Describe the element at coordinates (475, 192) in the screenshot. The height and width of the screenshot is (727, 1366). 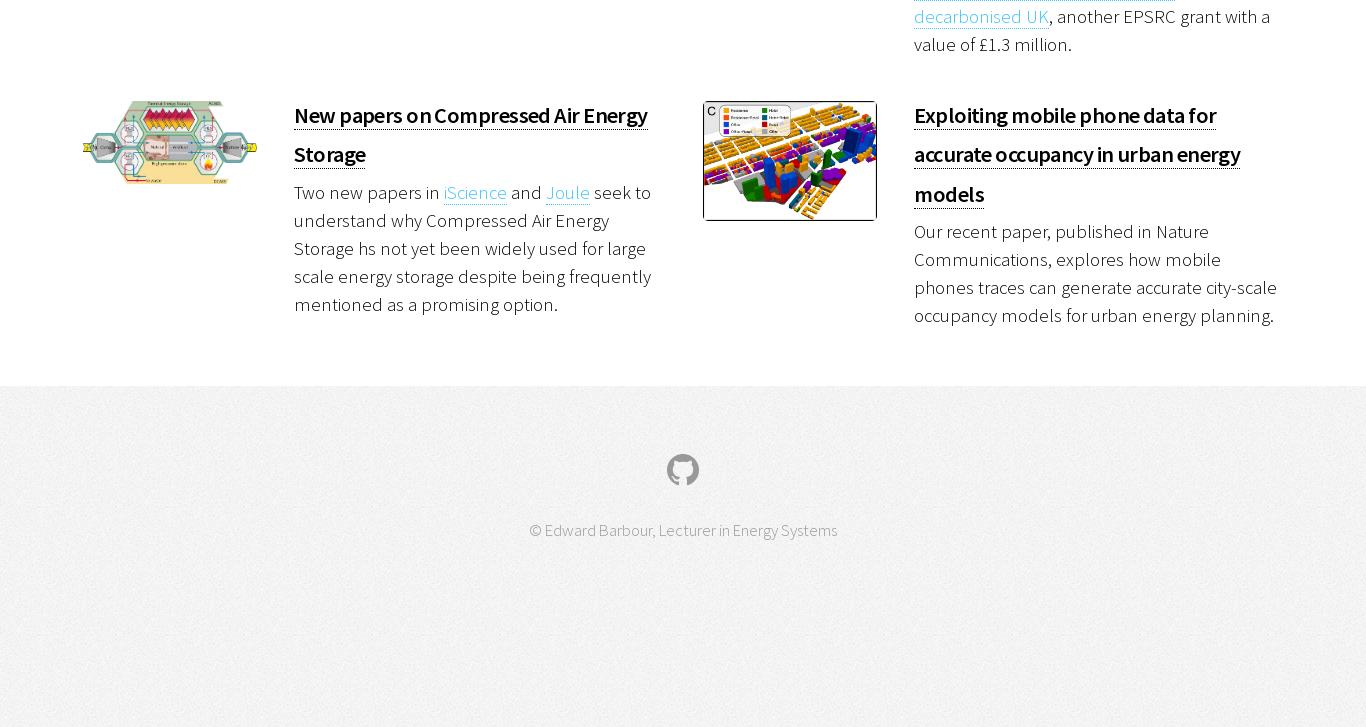
I see `'iScience'` at that location.